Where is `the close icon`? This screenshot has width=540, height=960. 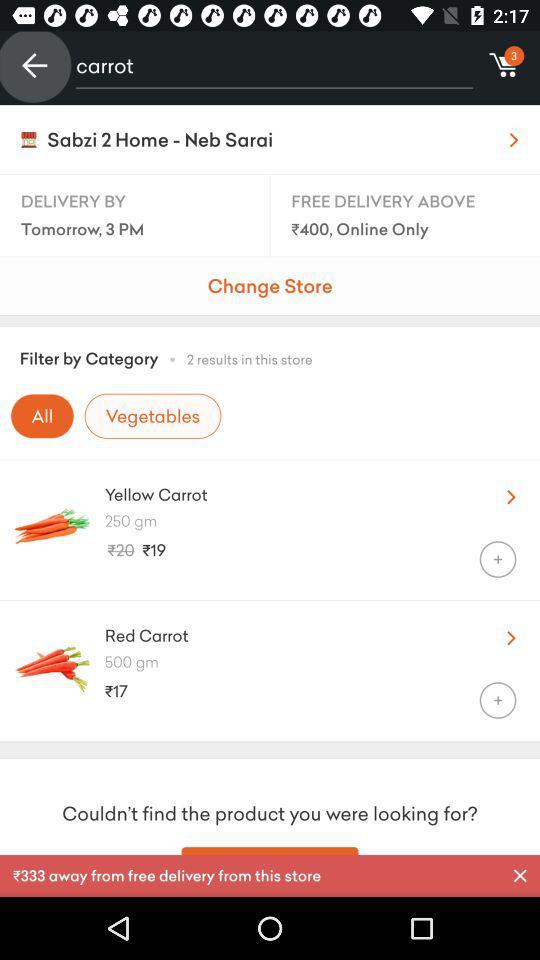 the close icon is located at coordinates (520, 875).